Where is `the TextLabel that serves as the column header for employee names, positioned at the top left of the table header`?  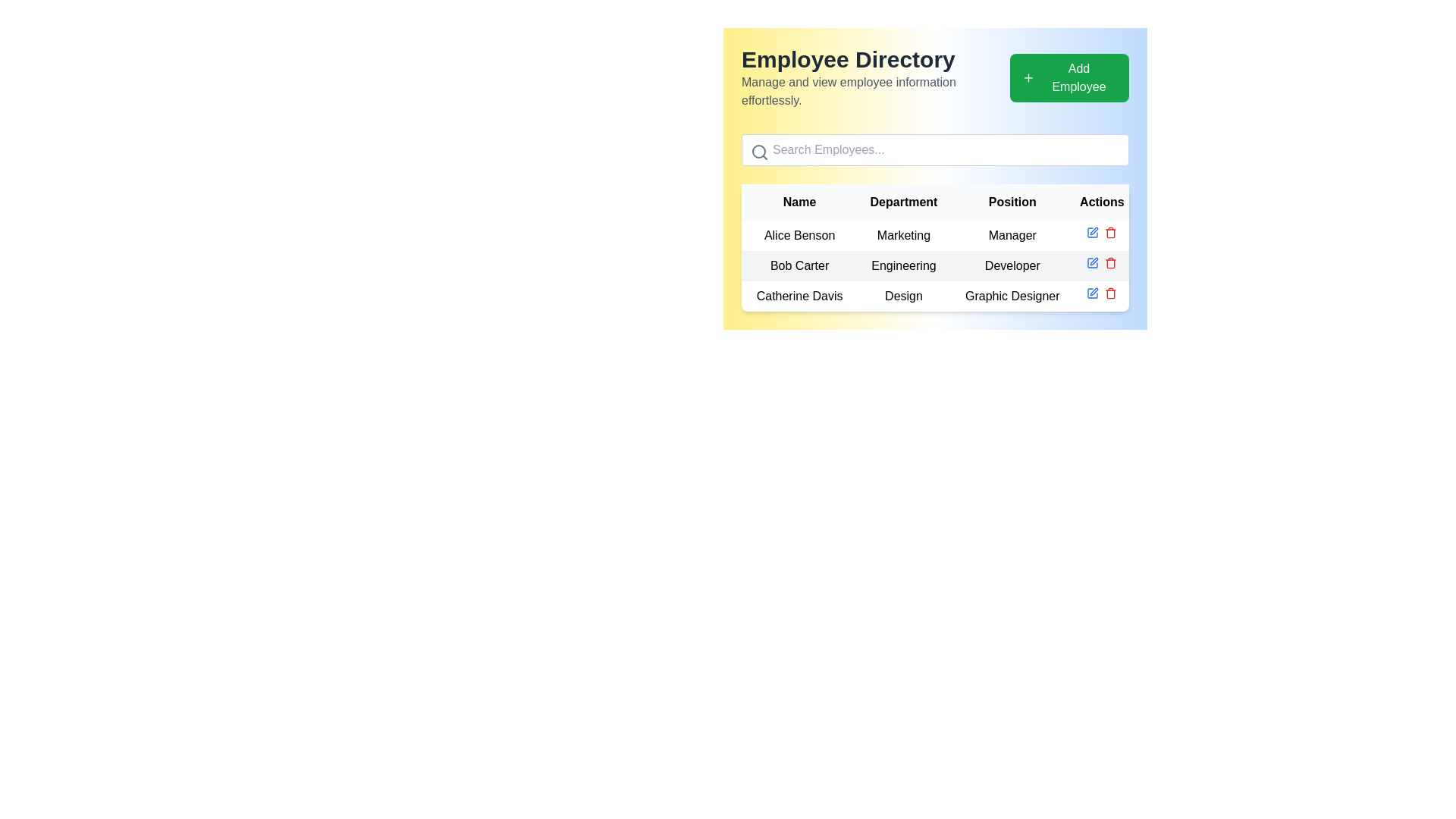 the TextLabel that serves as the column header for employee names, positioned at the top left of the table header is located at coordinates (799, 201).